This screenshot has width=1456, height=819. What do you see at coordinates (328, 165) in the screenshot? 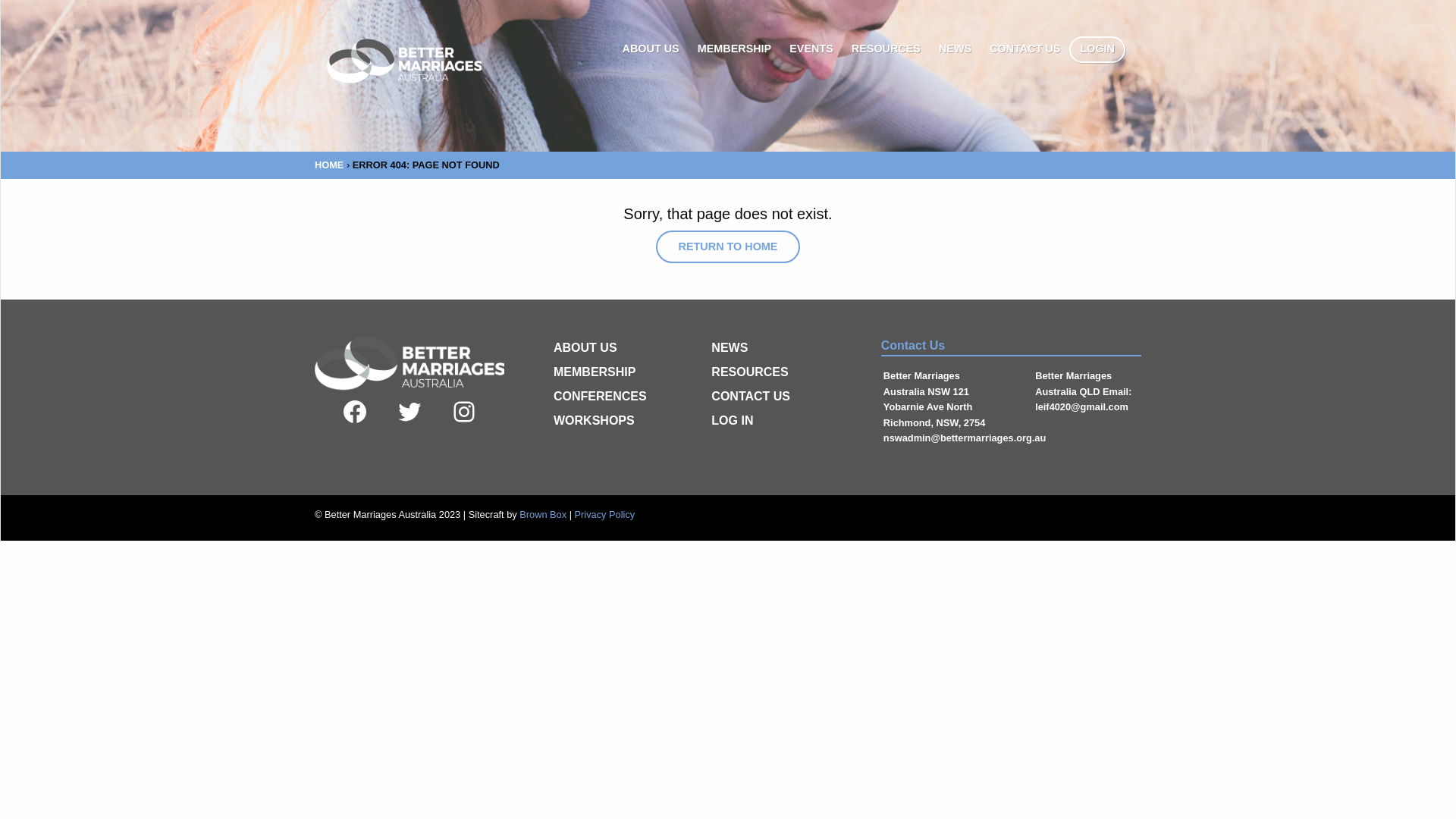
I see `'HOME'` at bounding box center [328, 165].